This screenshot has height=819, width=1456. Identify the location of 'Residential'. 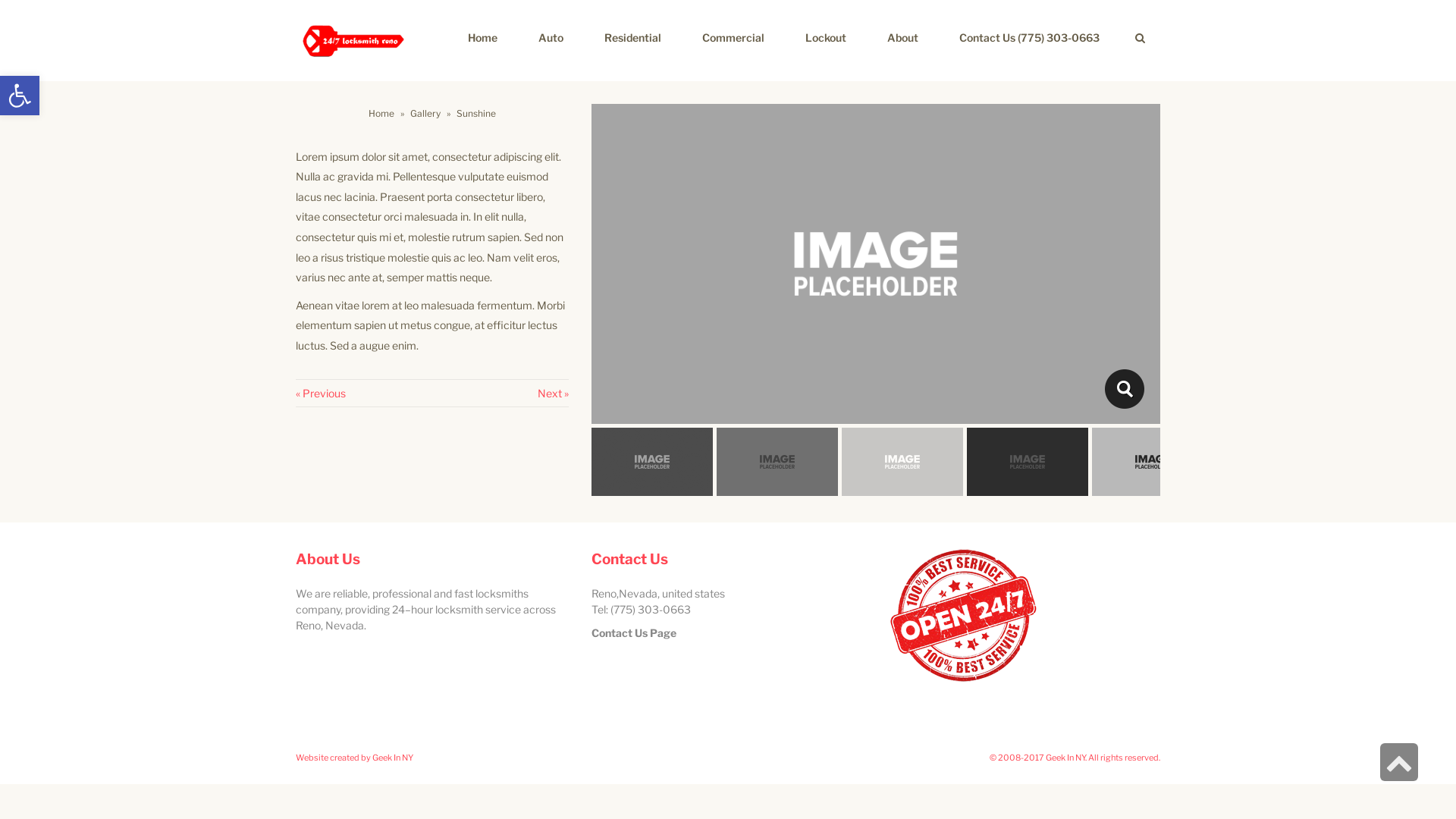
(632, 37).